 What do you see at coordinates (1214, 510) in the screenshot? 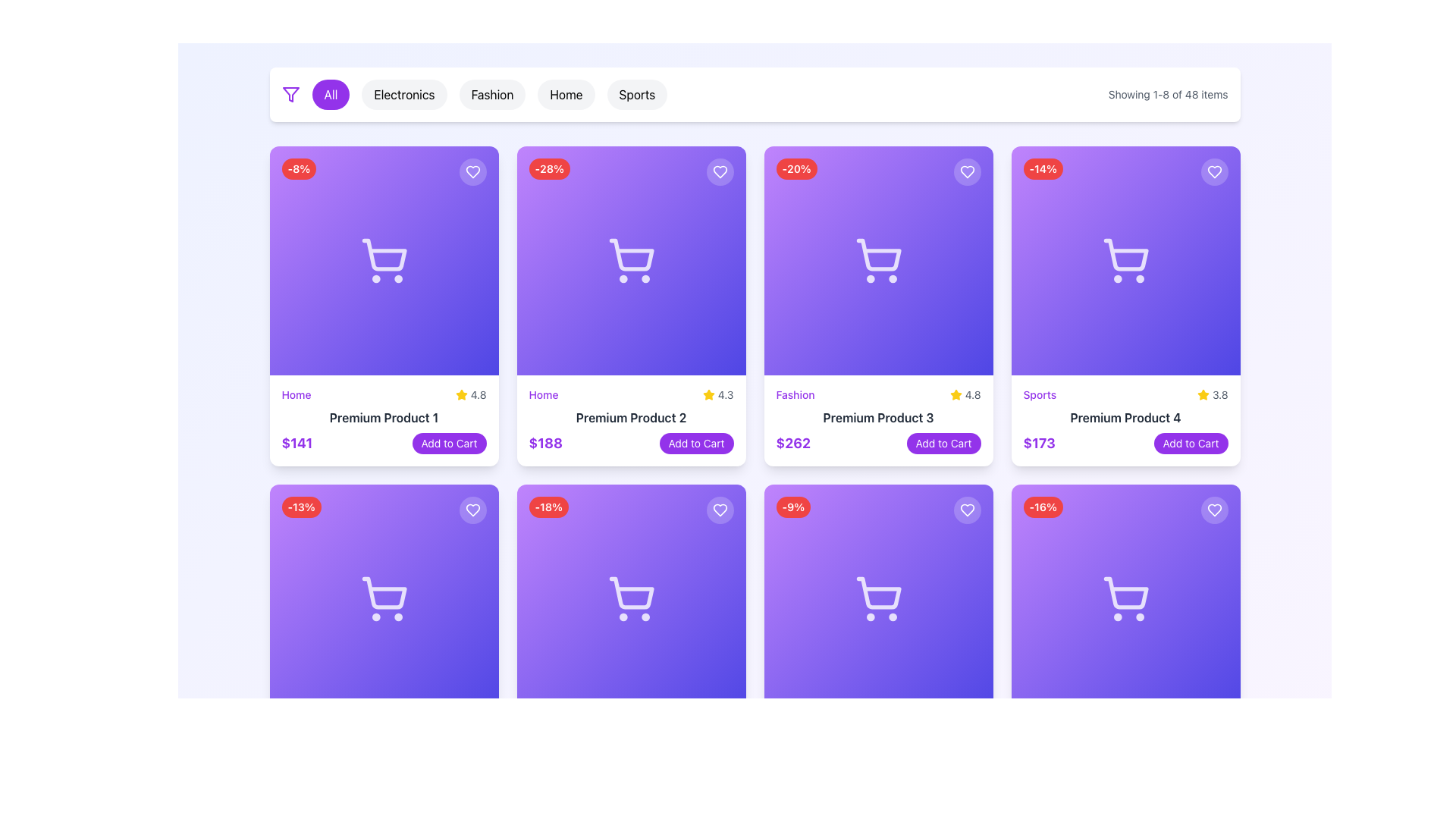
I see `the heart-shaped icon with a hollow interior on the purple background located at the top-right corner of the 'Premium Product 4' card to favorite the product` at bounding box center [1214, 510].